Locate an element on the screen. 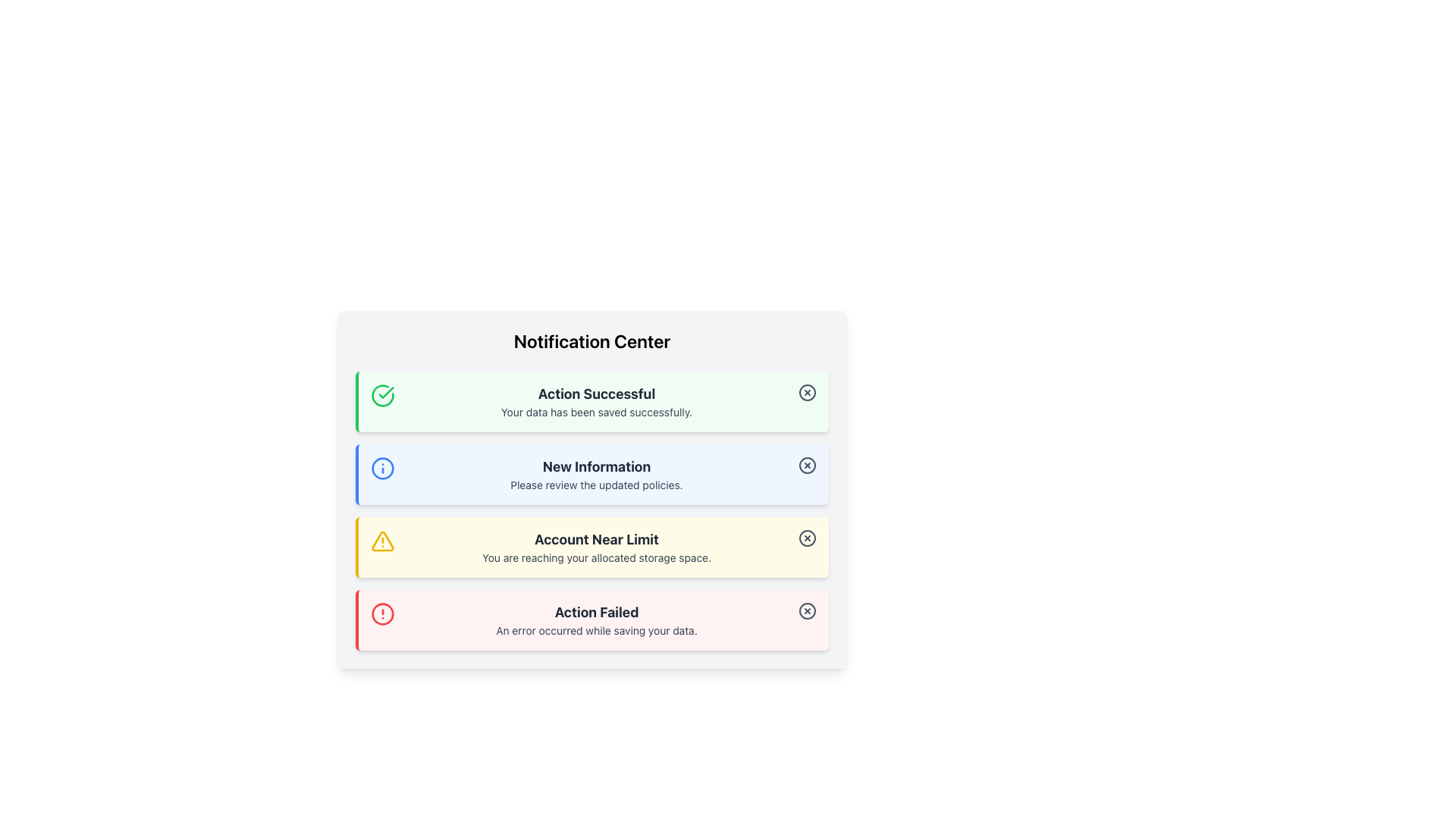 The image size is (1456, 819). the warning text indicating nearing allocated storage space, which is located below the bold headline 'Account Near Limit' within a yellow background section is located at coordinates (596, 558).